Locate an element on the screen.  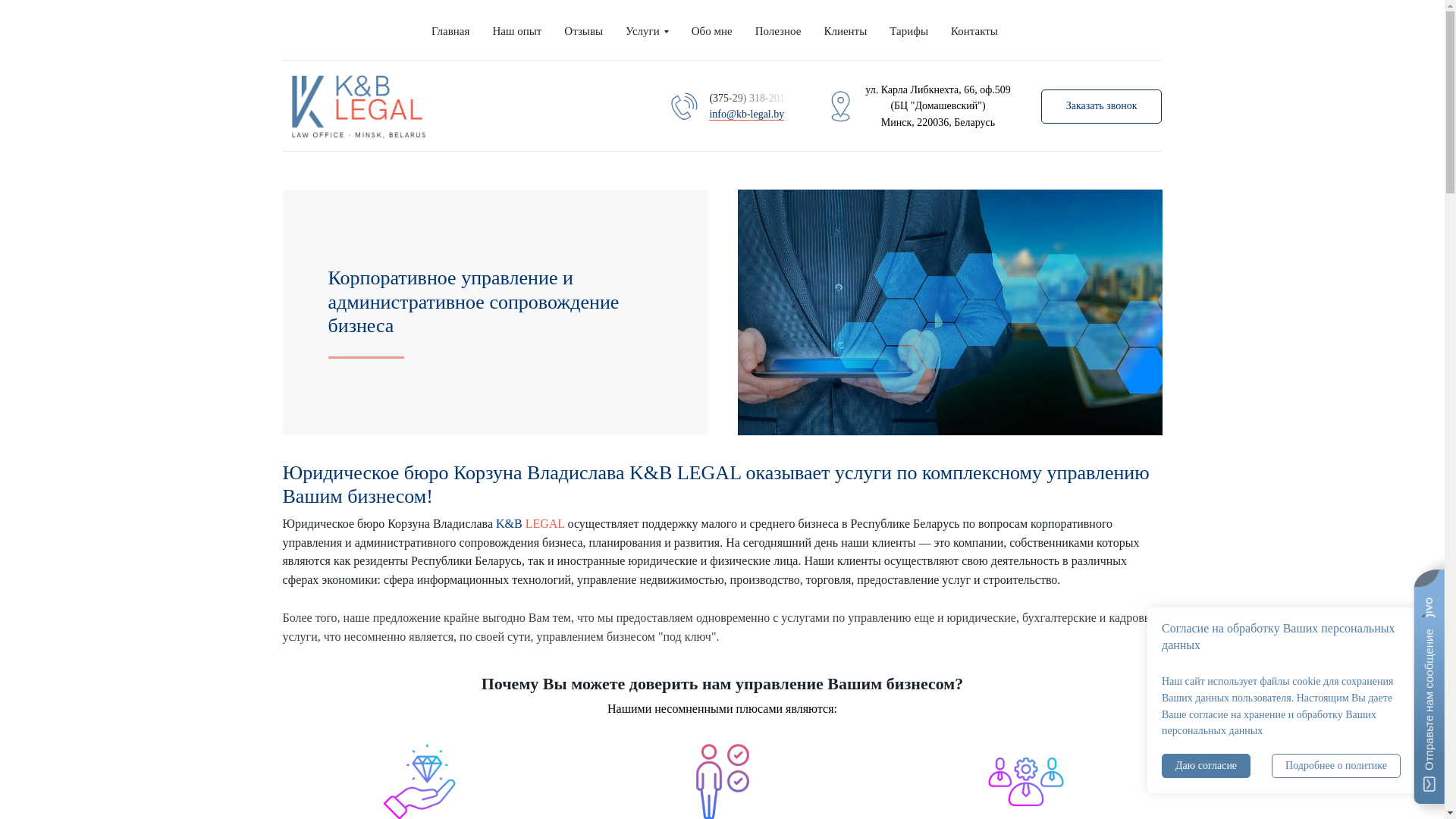
'info@kb-legal.by' is located at coordinates (746, 113).